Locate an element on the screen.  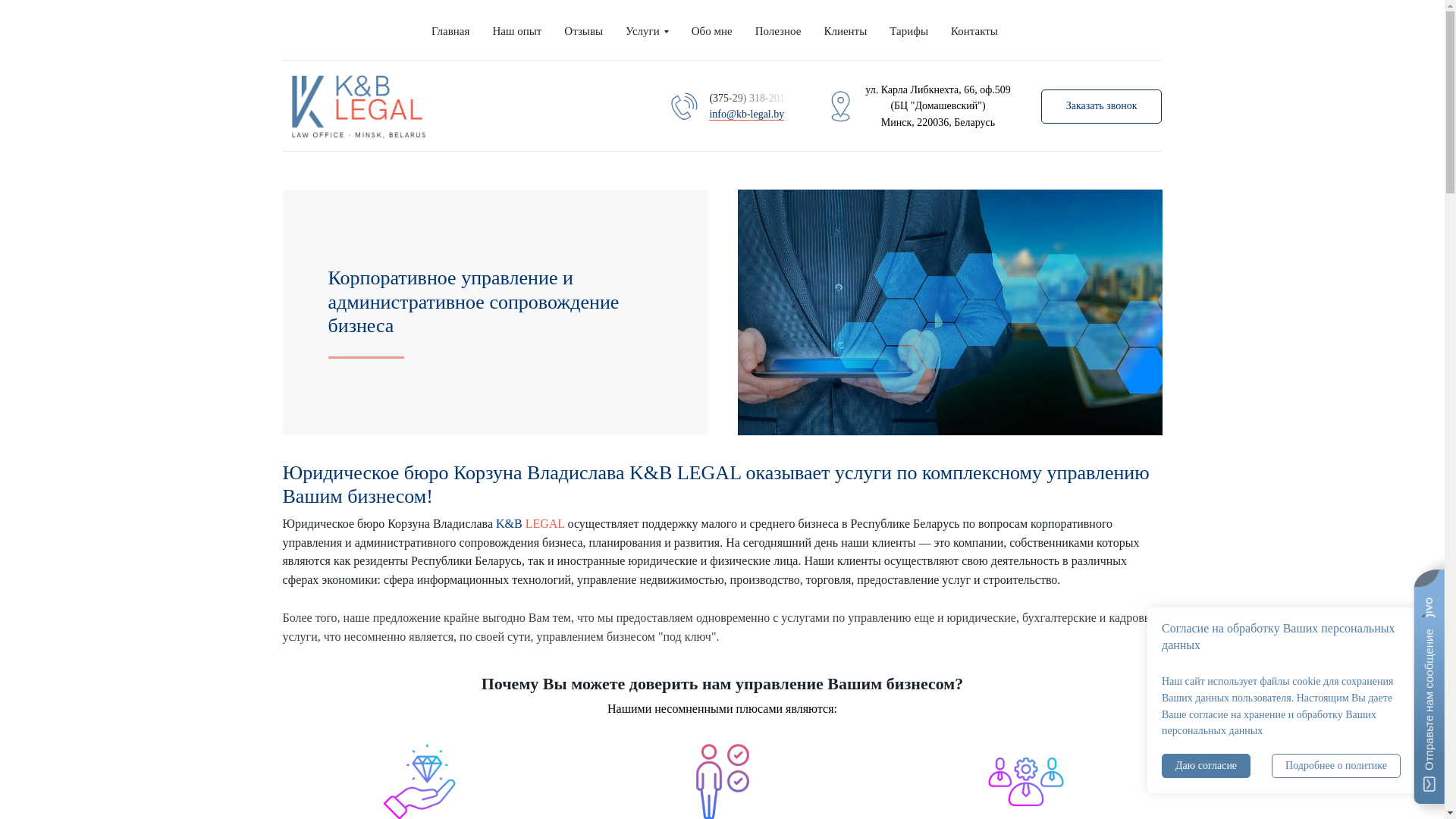
'info@kb-legal.by' is located at coordinates (746, 113).